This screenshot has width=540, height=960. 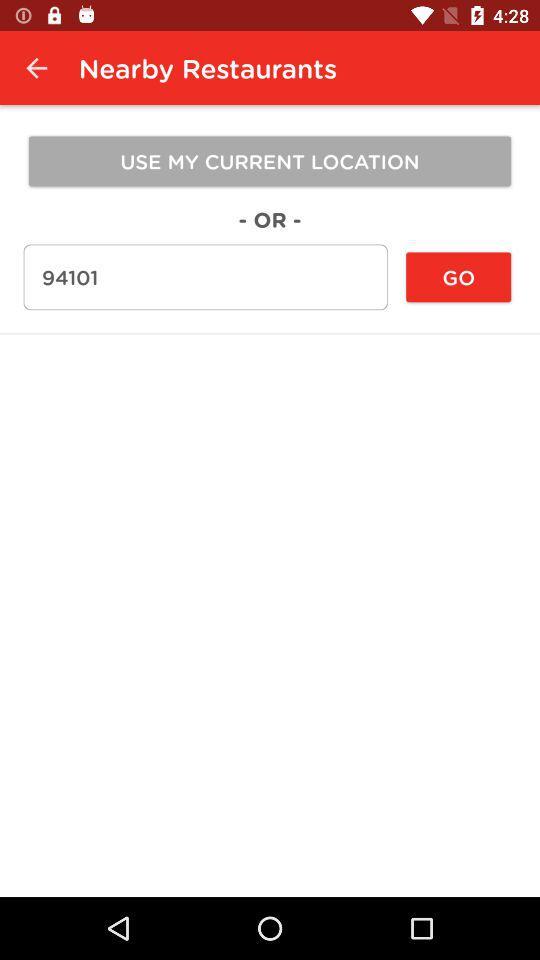 What do you see at coordinates (205, 276) in the screenshot?
I see `the text box left to the text go` at bounding box center [205, 276].